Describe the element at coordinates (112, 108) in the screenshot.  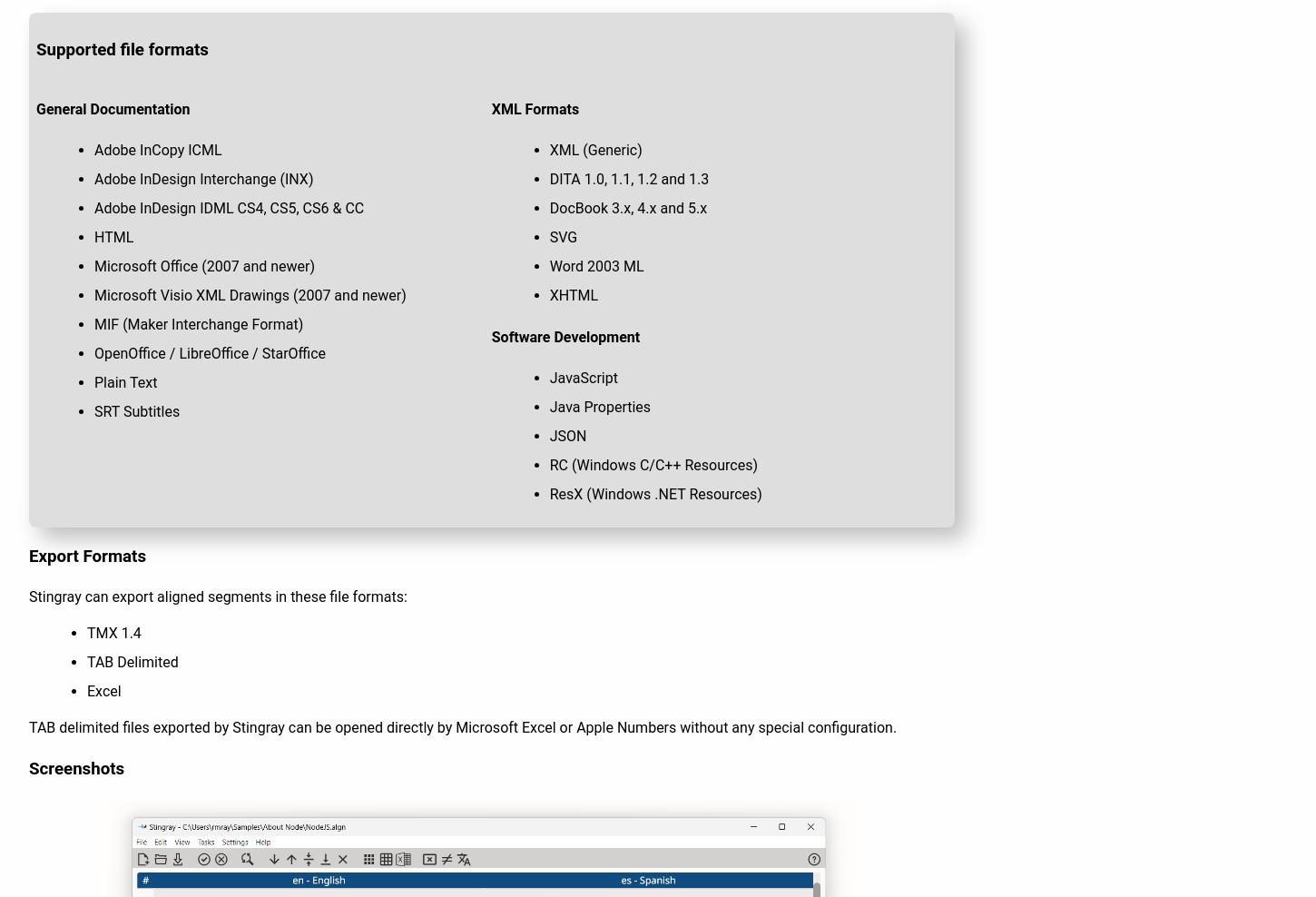
I see `'General Documentation'` at that location.